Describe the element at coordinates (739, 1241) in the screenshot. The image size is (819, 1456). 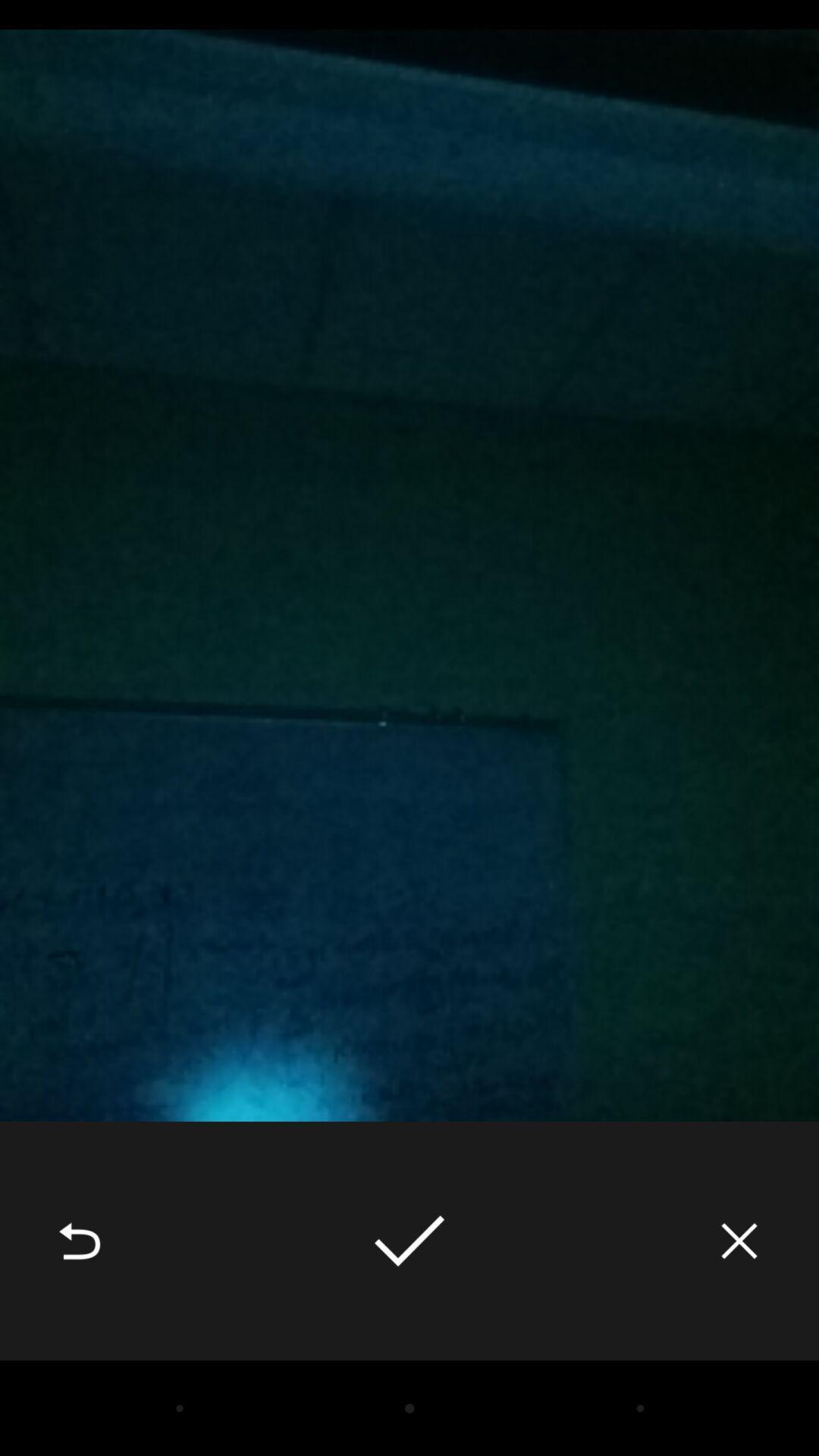
I see `the icon at the bottom right corner` at that location.